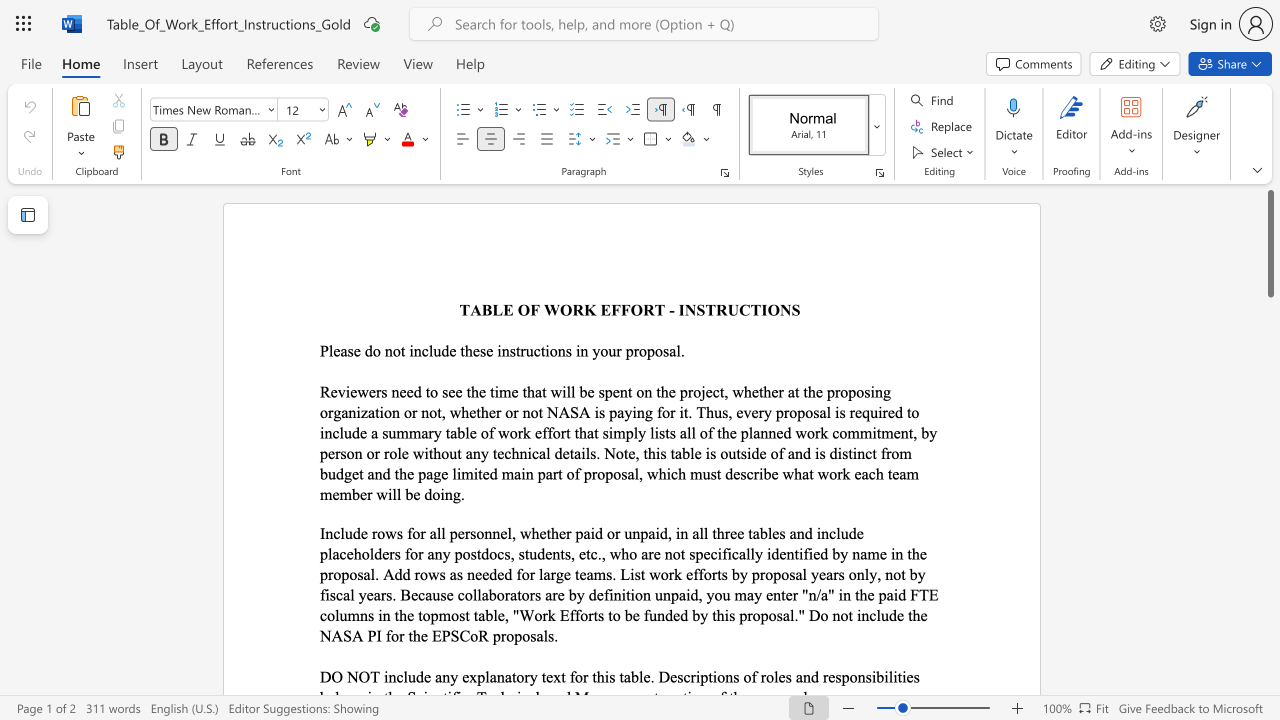 This screenshot has width=1280, height=720. What do you see at coordinates (1269, 630) in the screenshot?
I see `the page's right scrollbar for downward movement` at bounding box center [1269, 630].